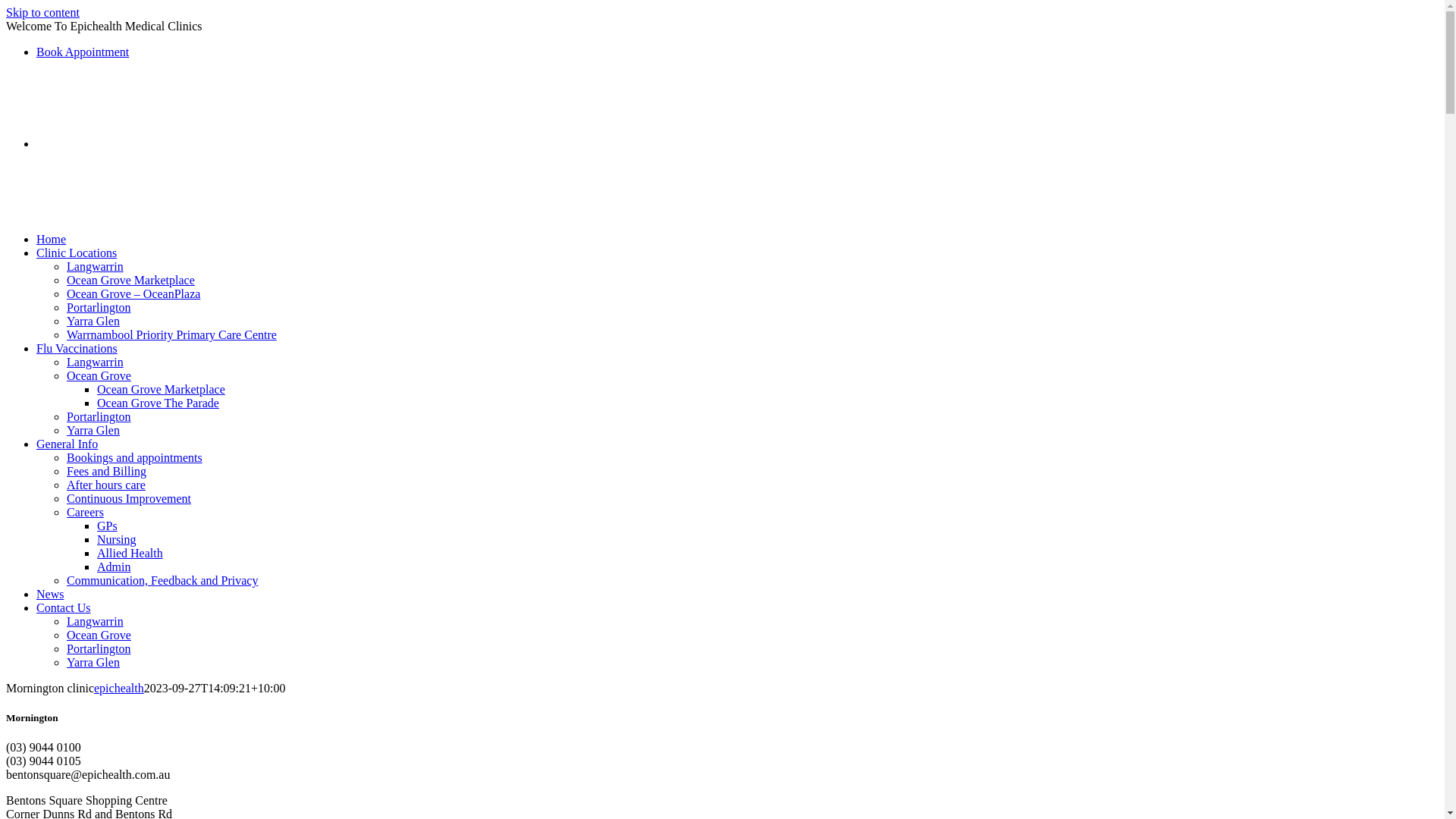 The image size is (1456, 819). I want to click on 'News', so click(36, 593).